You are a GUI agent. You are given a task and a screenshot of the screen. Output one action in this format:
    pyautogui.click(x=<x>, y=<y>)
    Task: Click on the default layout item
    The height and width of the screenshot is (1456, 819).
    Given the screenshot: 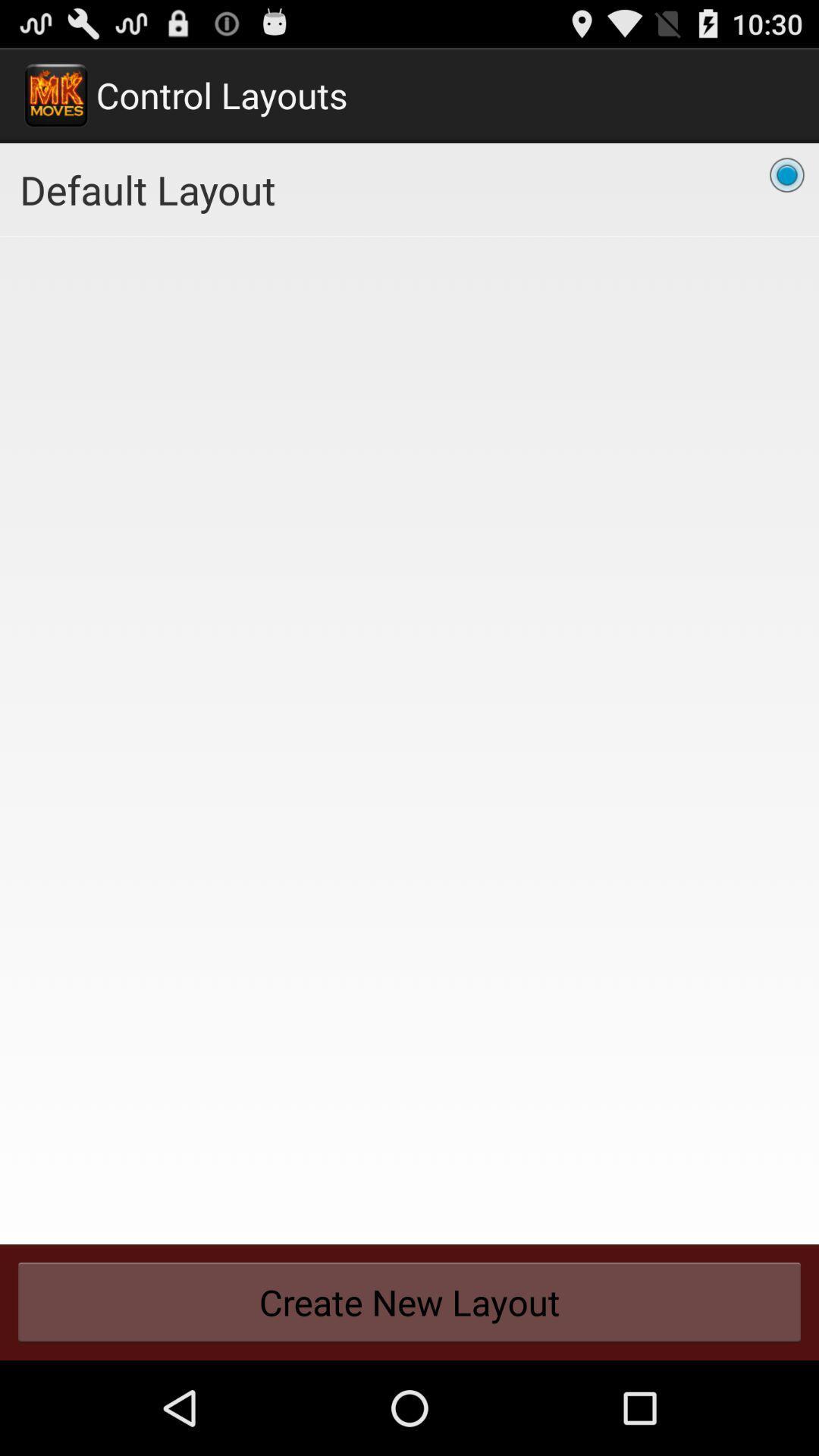 What is the action you would take?
    pyautogui.click(x=409, y=189)
    